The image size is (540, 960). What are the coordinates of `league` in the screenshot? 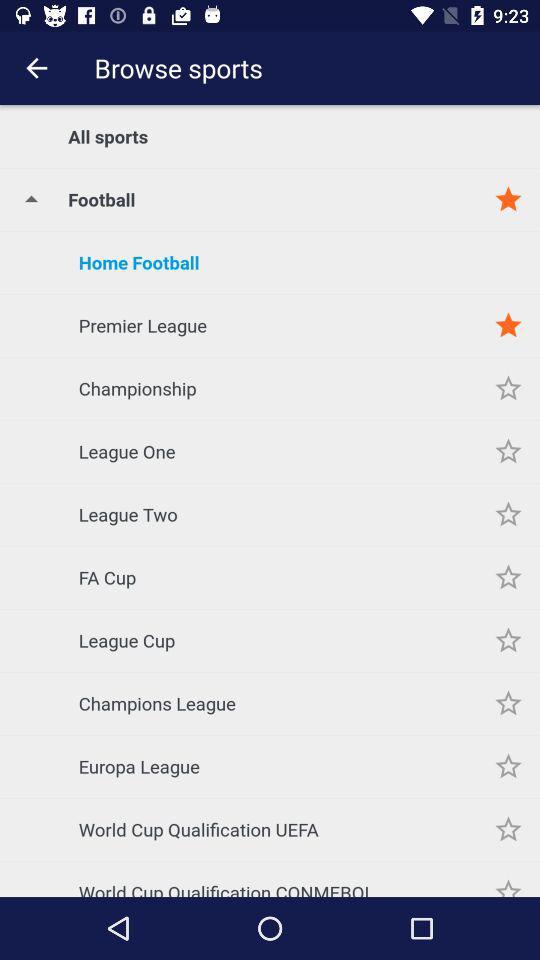 It's located at (508, 639).